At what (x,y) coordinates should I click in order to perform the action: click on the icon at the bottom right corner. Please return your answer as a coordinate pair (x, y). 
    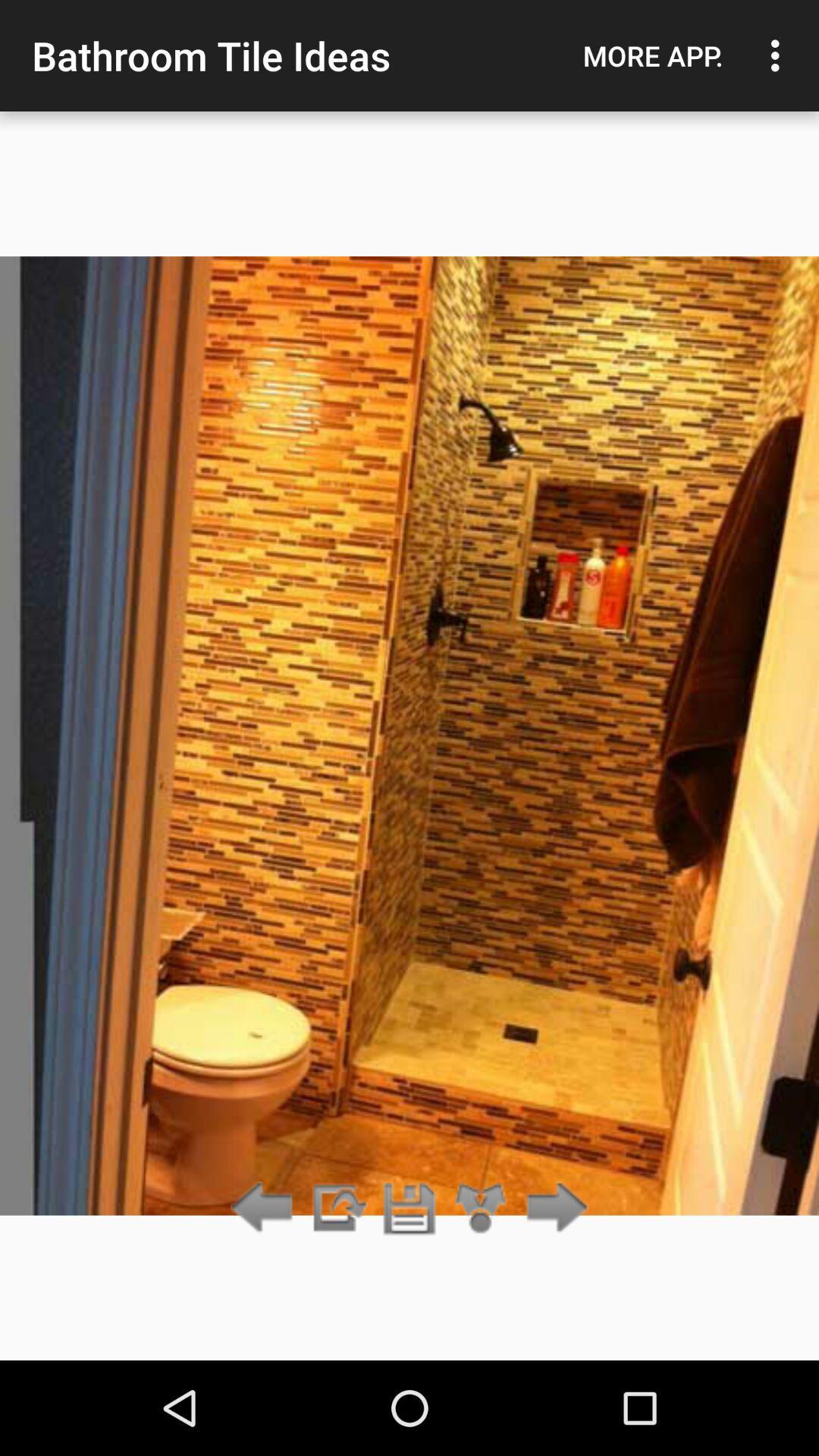
    Looking at the image, I should click on (553, 1208).